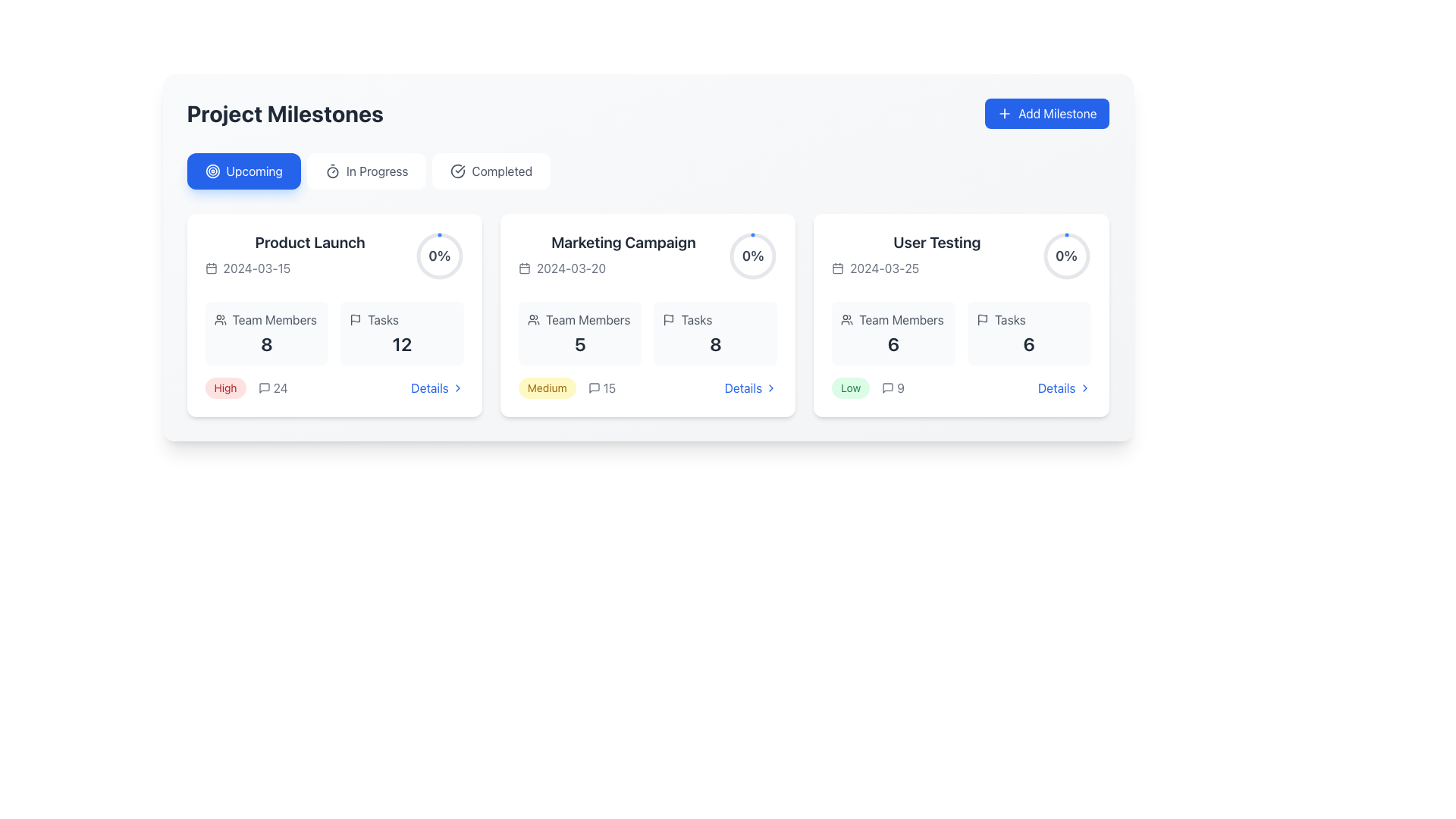 The height and width of the screenshot is (819, 1456). Describe the element at coordinates (266, 318) in the screenshot. I see `the displayed text 'Team Members' and the associated user icon in the 'Product Launch' section, which is located to the left of the 'Tasks' label` at that location.